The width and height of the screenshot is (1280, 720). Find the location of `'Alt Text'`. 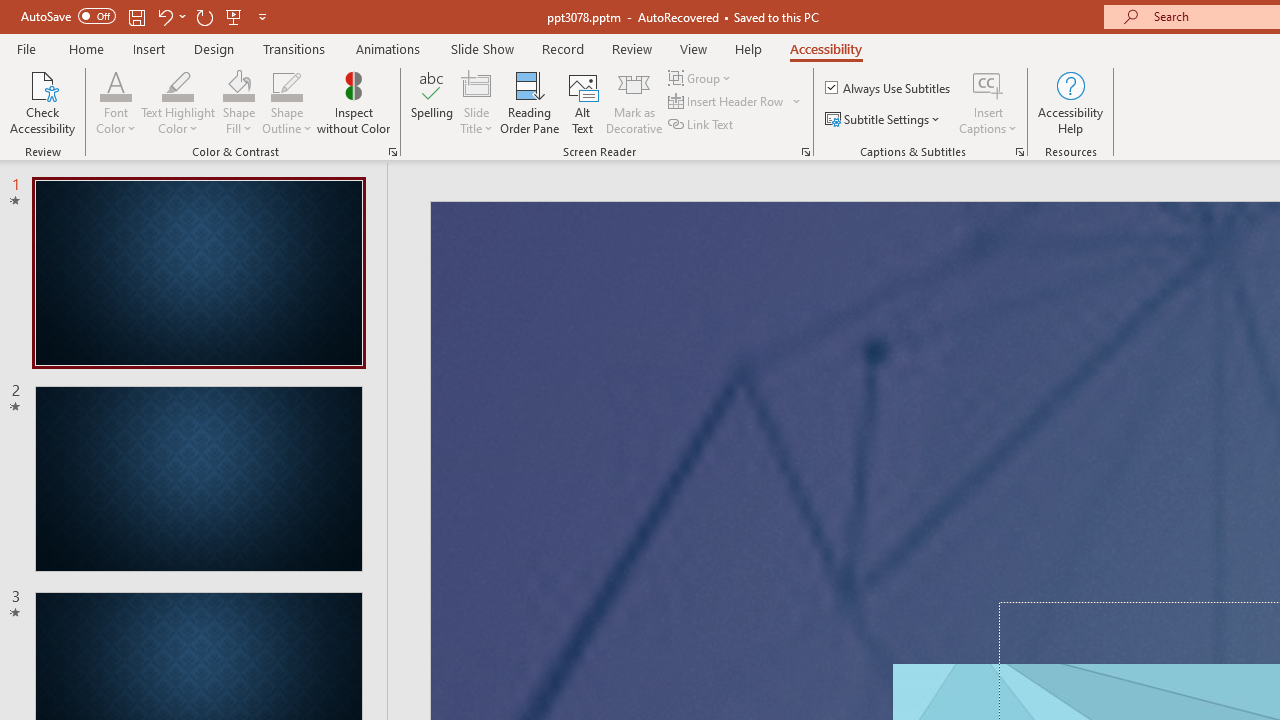

'Alt Text' is located at coordinates (582, 103).